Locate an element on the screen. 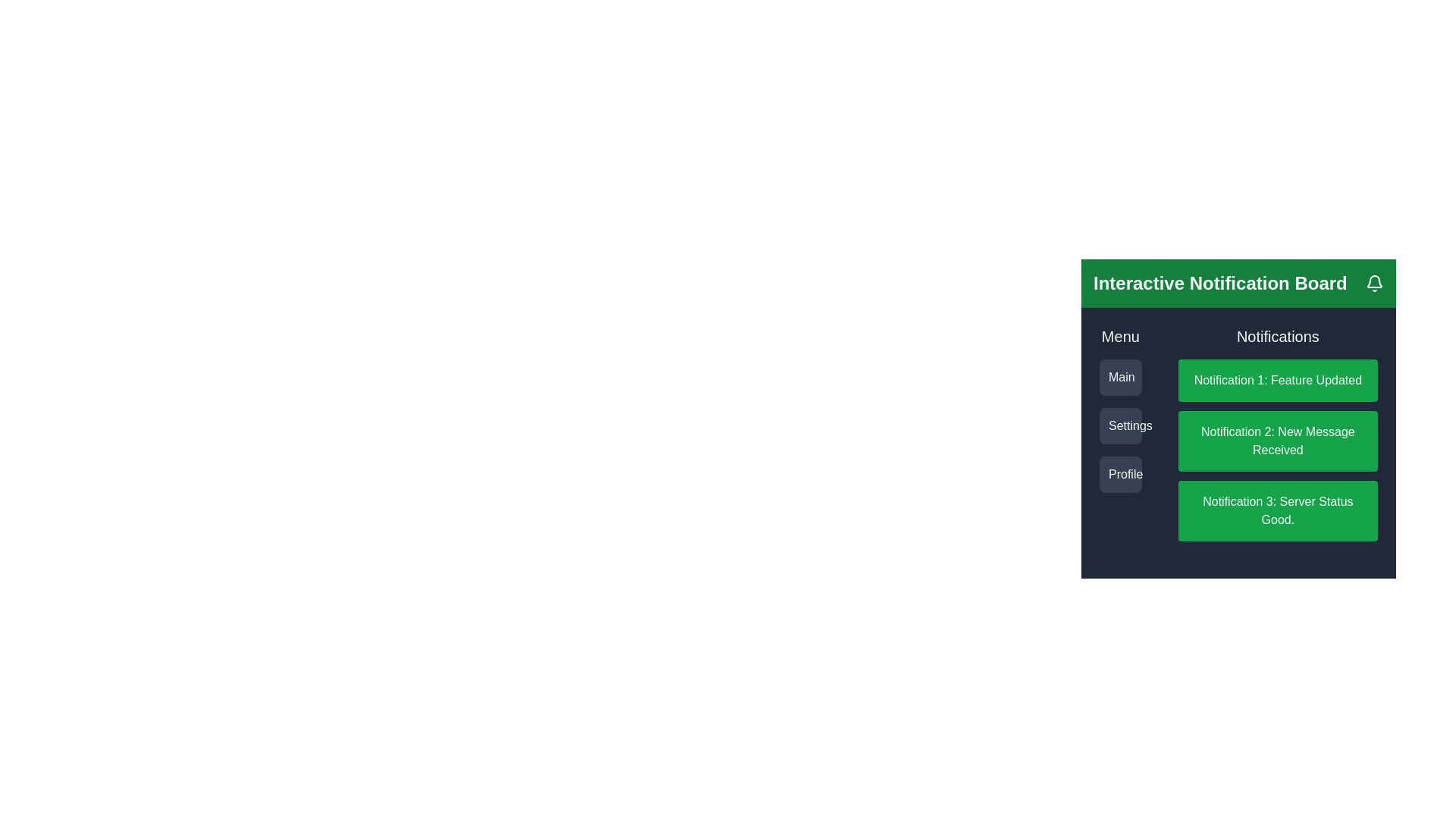 The height and width of the screenshot is (819, 1456). the green rectangular interactive notification box stating 'Notification 2: New Message Received' located in the Notifications panel is located at coordinates (1238, 409).